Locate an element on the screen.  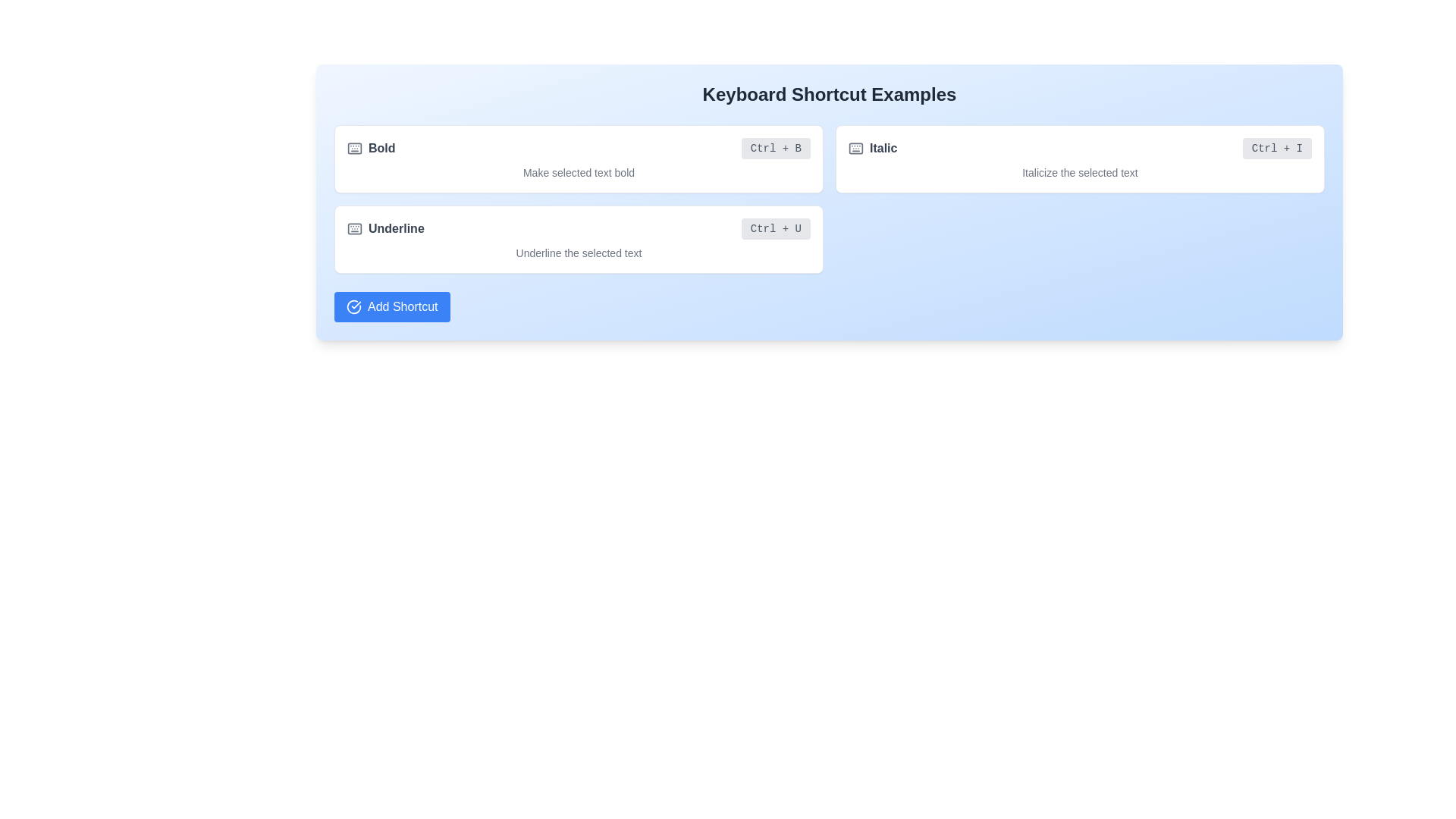
the decorative graphical element located at the bottom of the keyboard-like icon, which is next to the 'Bold' label in the top-left section of the interface is located at coordinates (353, 228).